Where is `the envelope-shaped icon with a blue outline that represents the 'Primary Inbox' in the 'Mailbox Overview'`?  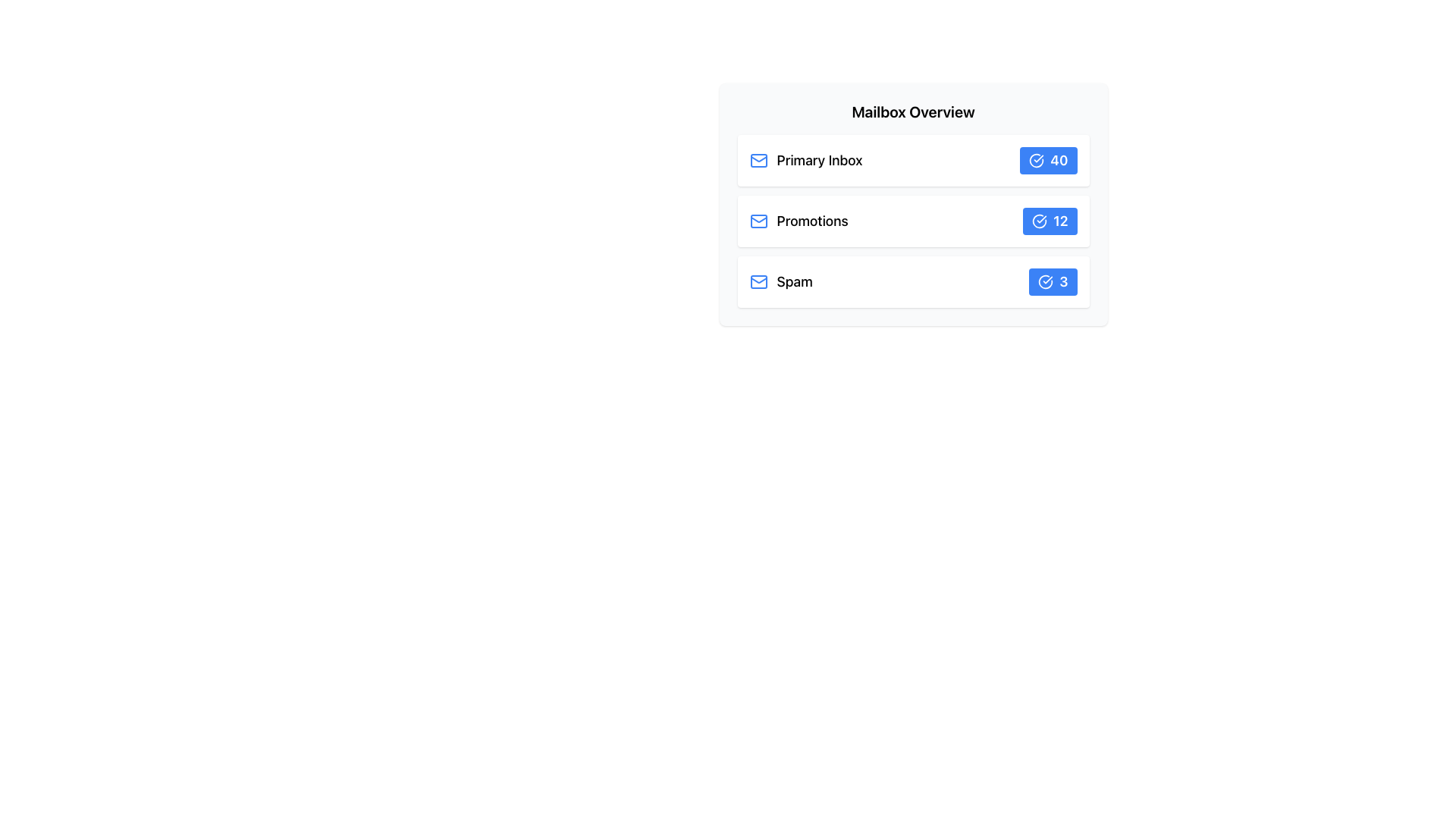 the envelope-shaped icon with a blue outline that represents the 'Primary Inbox' in the 'Mailbox Overview' is located at coordinates (758, 161).